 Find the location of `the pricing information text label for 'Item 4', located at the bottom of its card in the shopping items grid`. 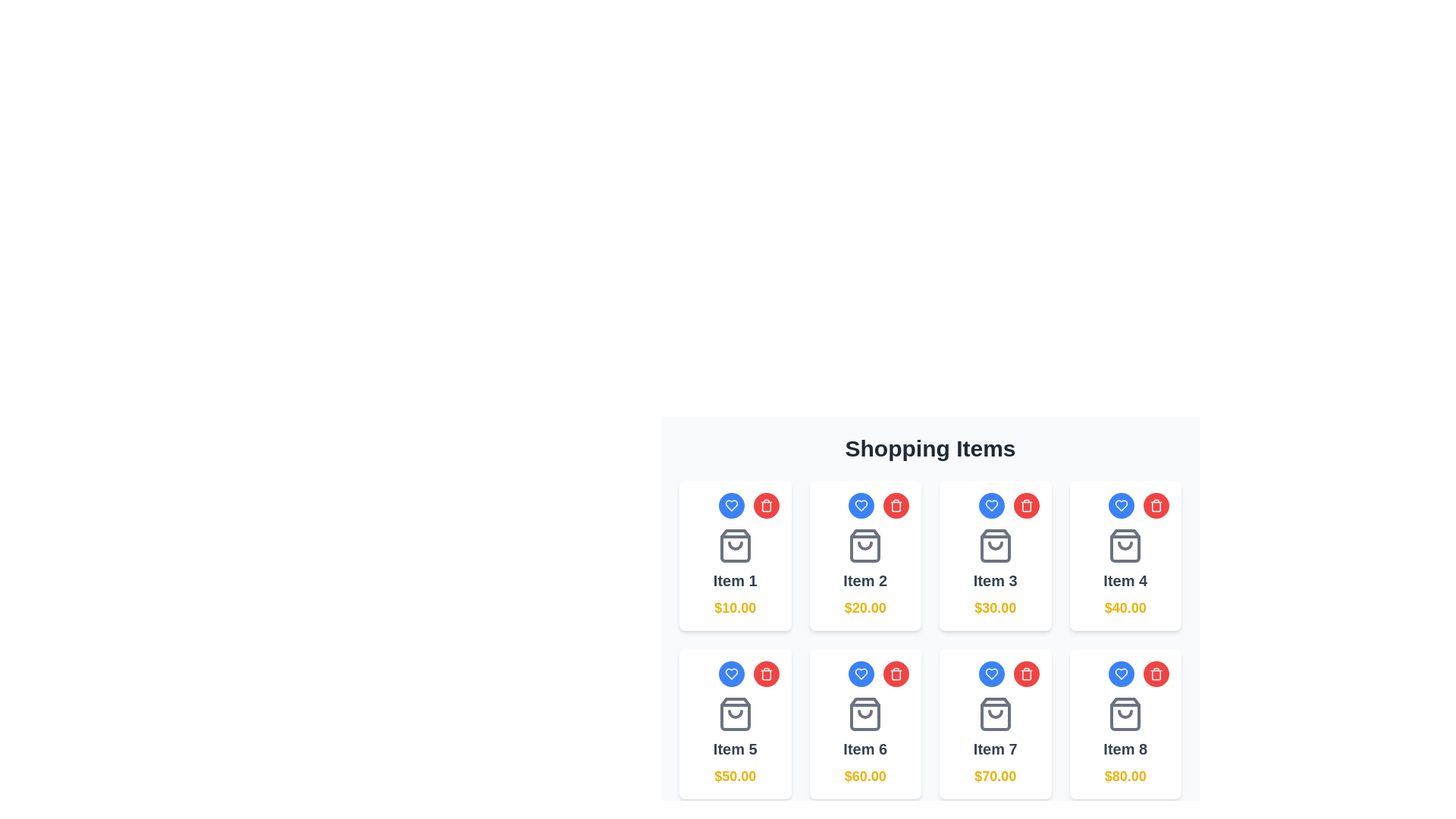

the pricing information text label for 'Item 4', located at the bottom of its card in the shopping items grid is located at coordinates (1125, 607).